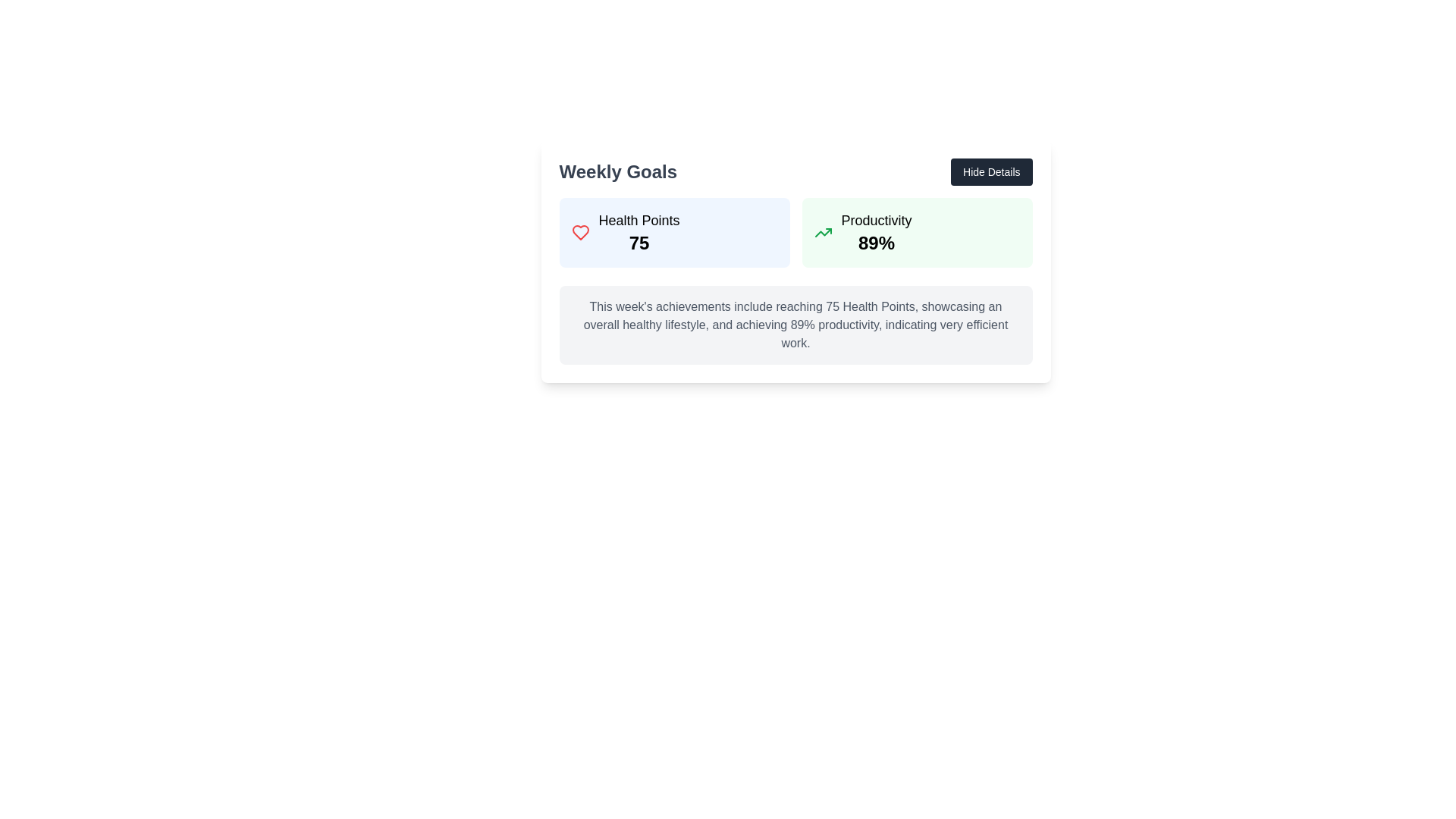  Describe the element at coordinates (822, 233) in the screenshot. I see `the growth indicator icon located in the 'Productivity' section, positioned to the left of the text '89%' and above the textual description` at that location.